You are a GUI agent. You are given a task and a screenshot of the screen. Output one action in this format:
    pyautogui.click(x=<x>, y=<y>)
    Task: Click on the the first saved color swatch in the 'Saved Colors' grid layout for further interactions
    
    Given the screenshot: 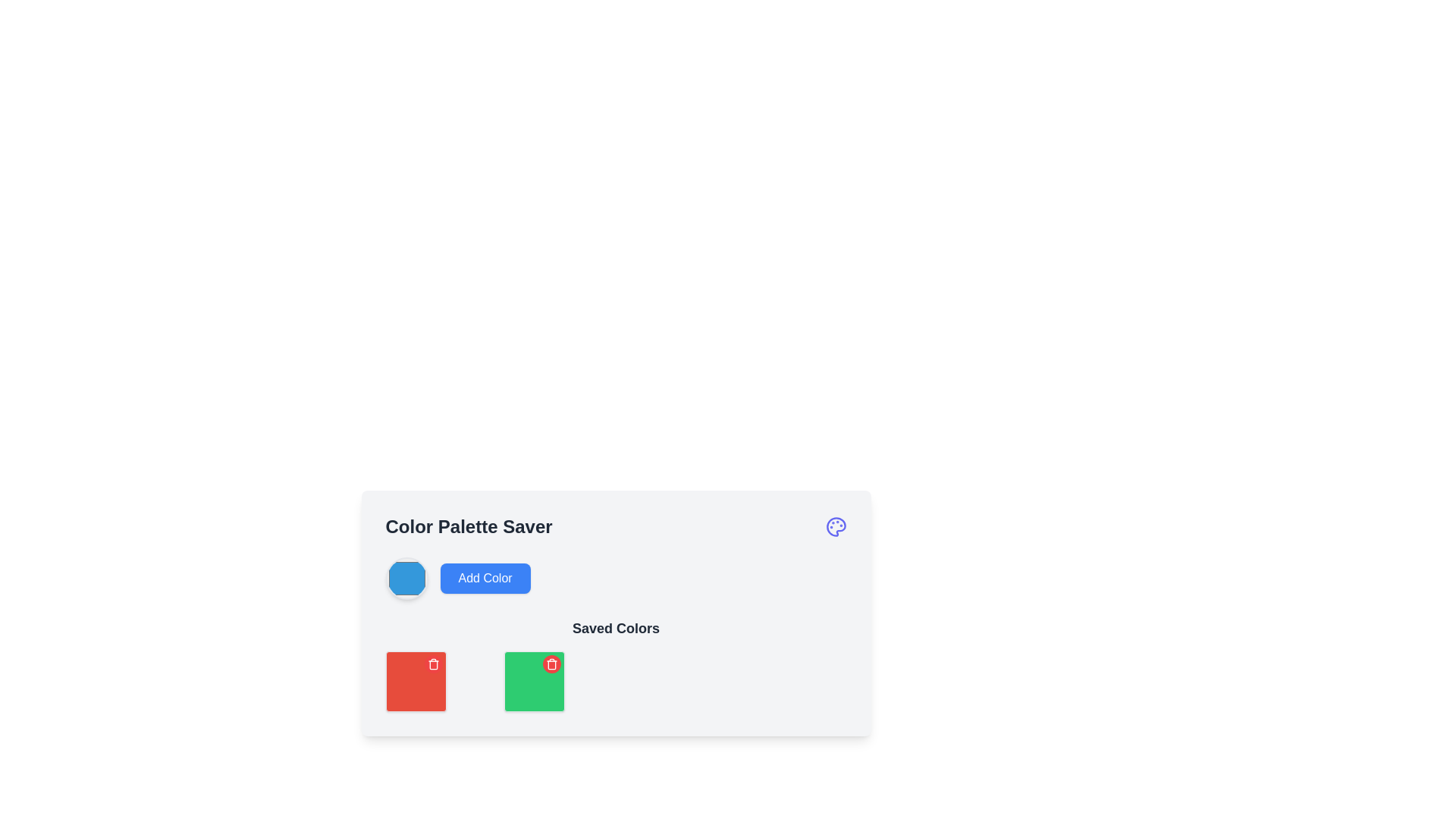 What is the action you would take?
    pyautogui.click(x=416, y=680)
    